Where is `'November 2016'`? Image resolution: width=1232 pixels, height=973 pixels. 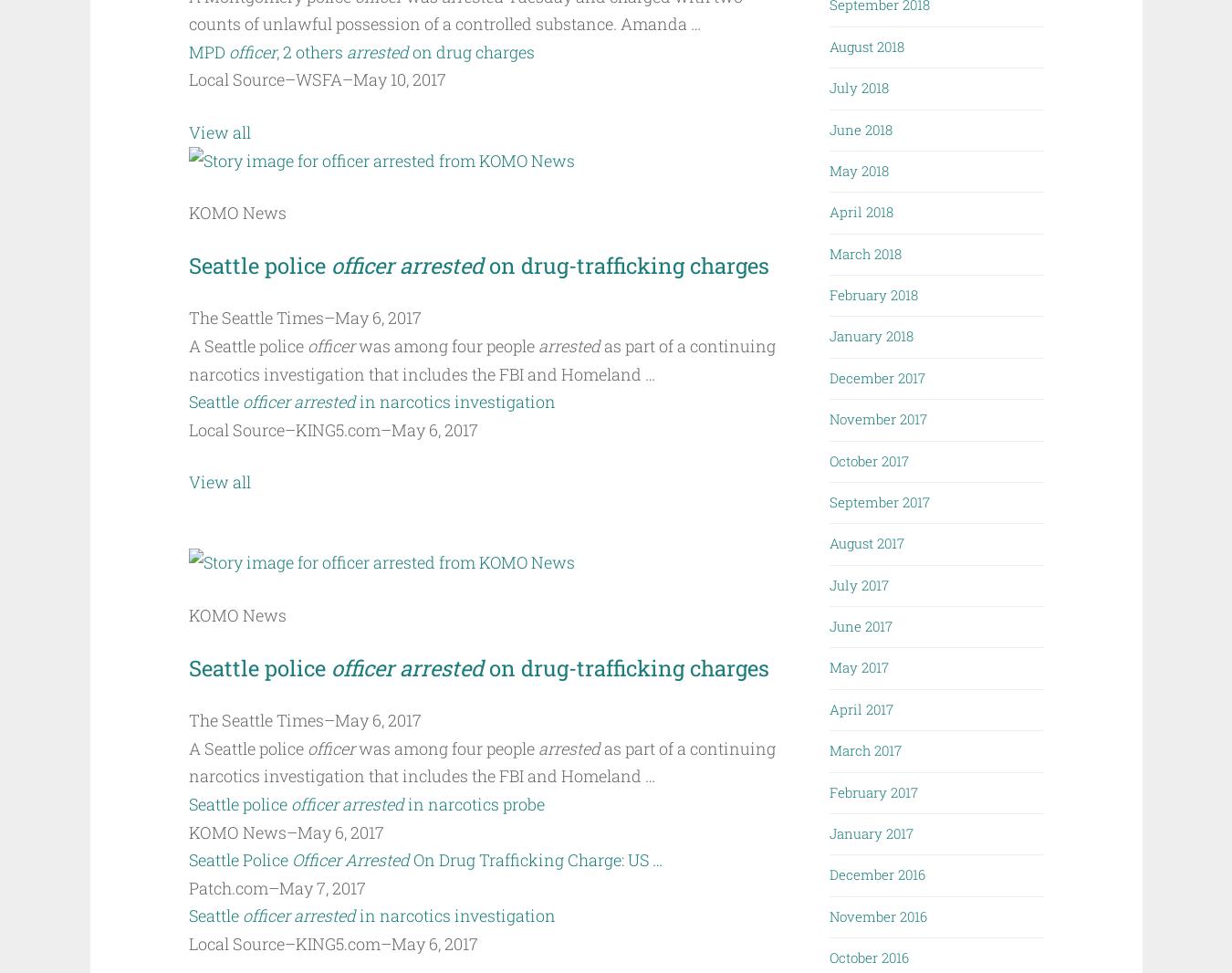
'November 2016' is located at coordinates (877, 915).